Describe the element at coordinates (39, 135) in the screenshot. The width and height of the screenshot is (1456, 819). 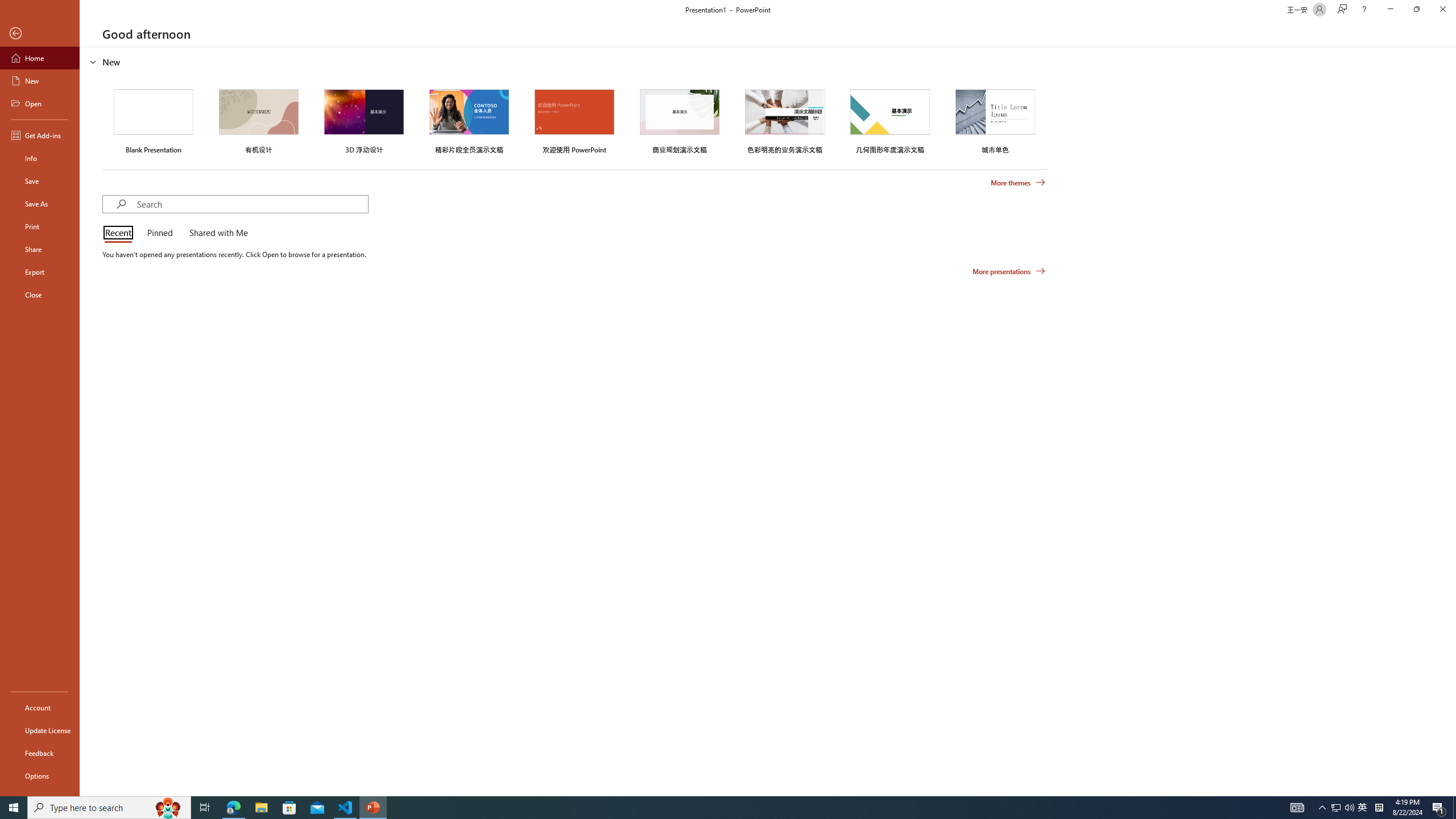
I see `'Get Add-ins'` at that location.